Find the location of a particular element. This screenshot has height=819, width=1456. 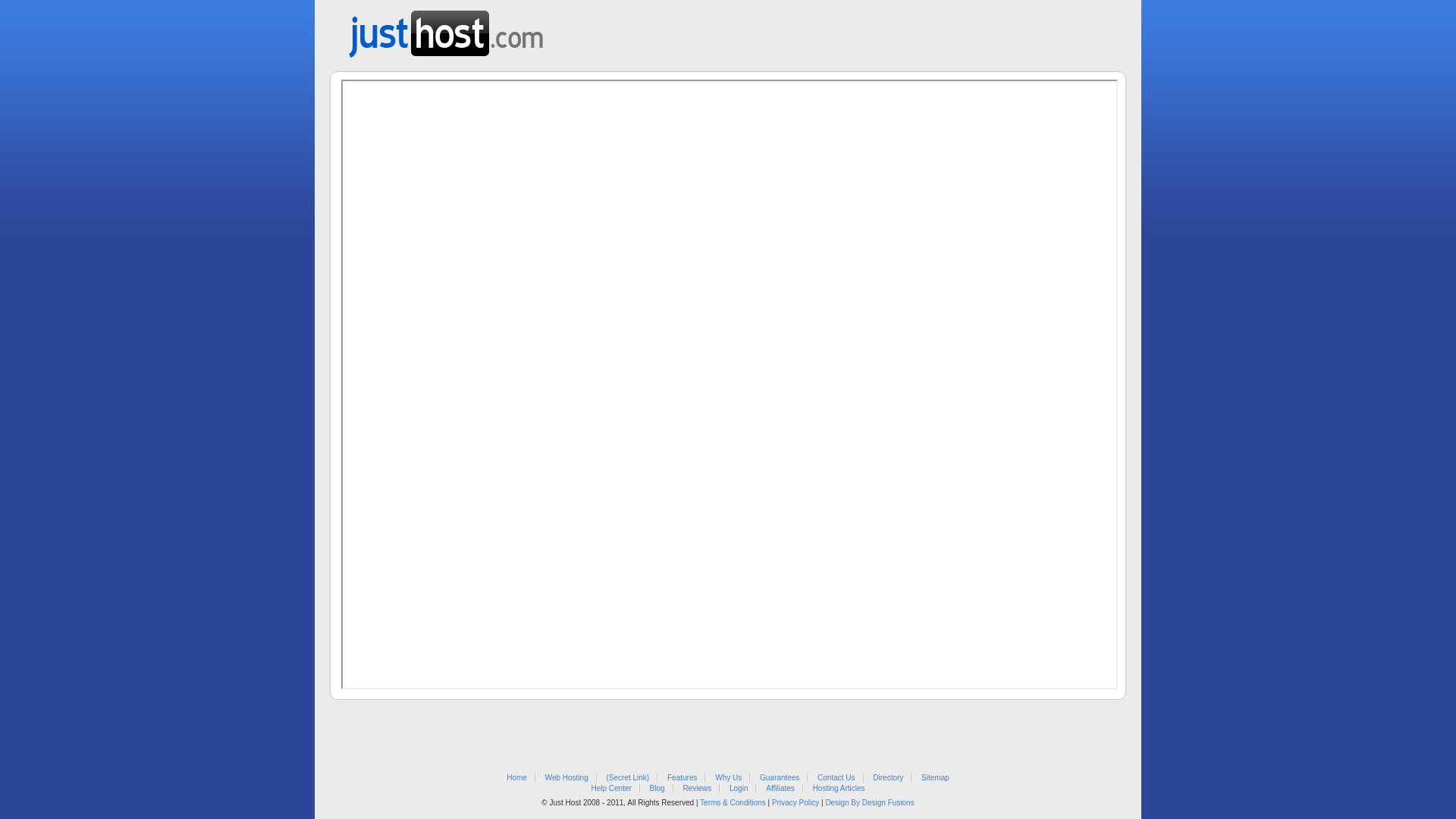

'Hosting Articles' is located at coordinates (838, 787).